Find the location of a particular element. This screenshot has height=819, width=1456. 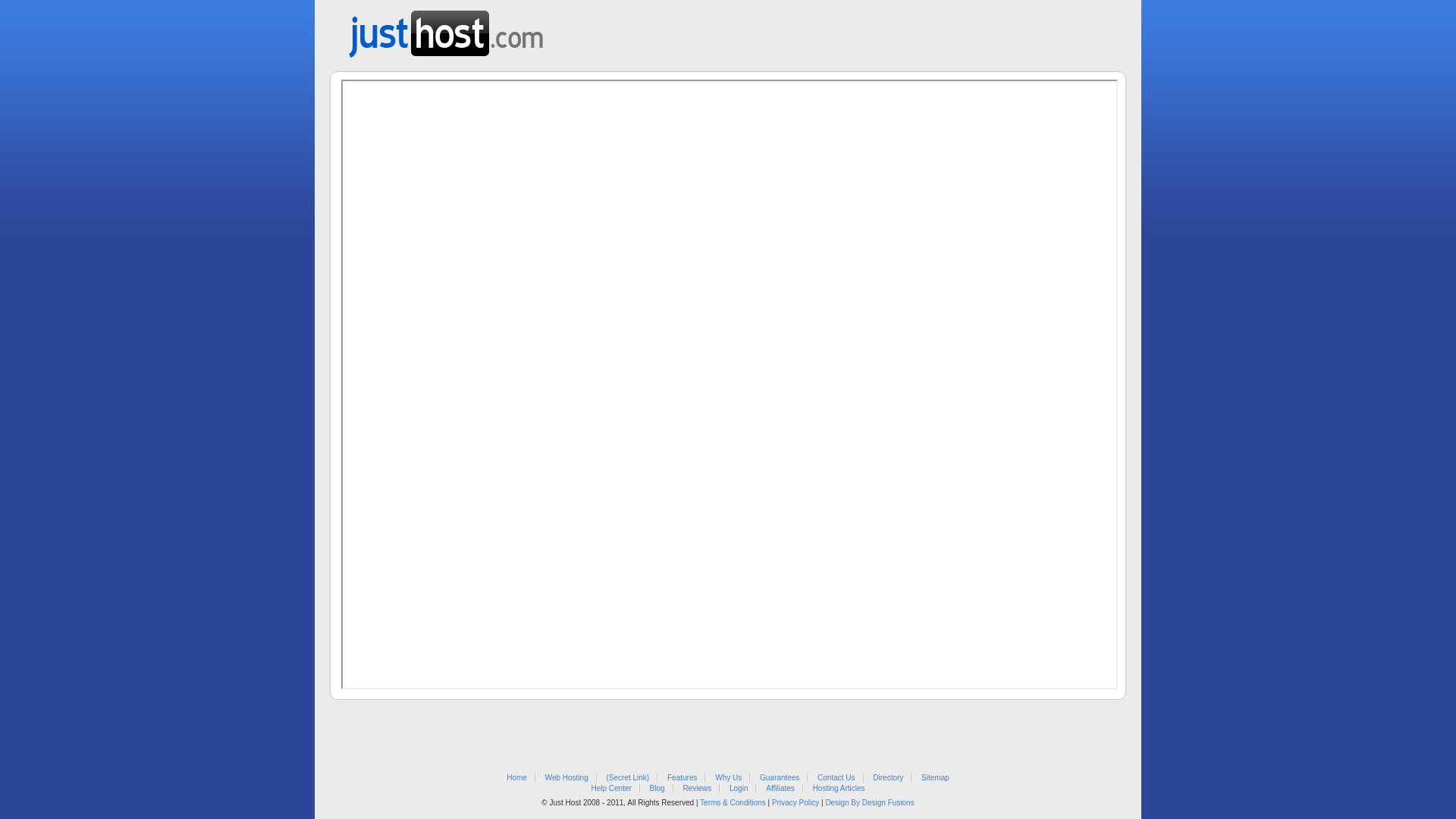

'Hosting Articles' is located at coordinates (838, 787).